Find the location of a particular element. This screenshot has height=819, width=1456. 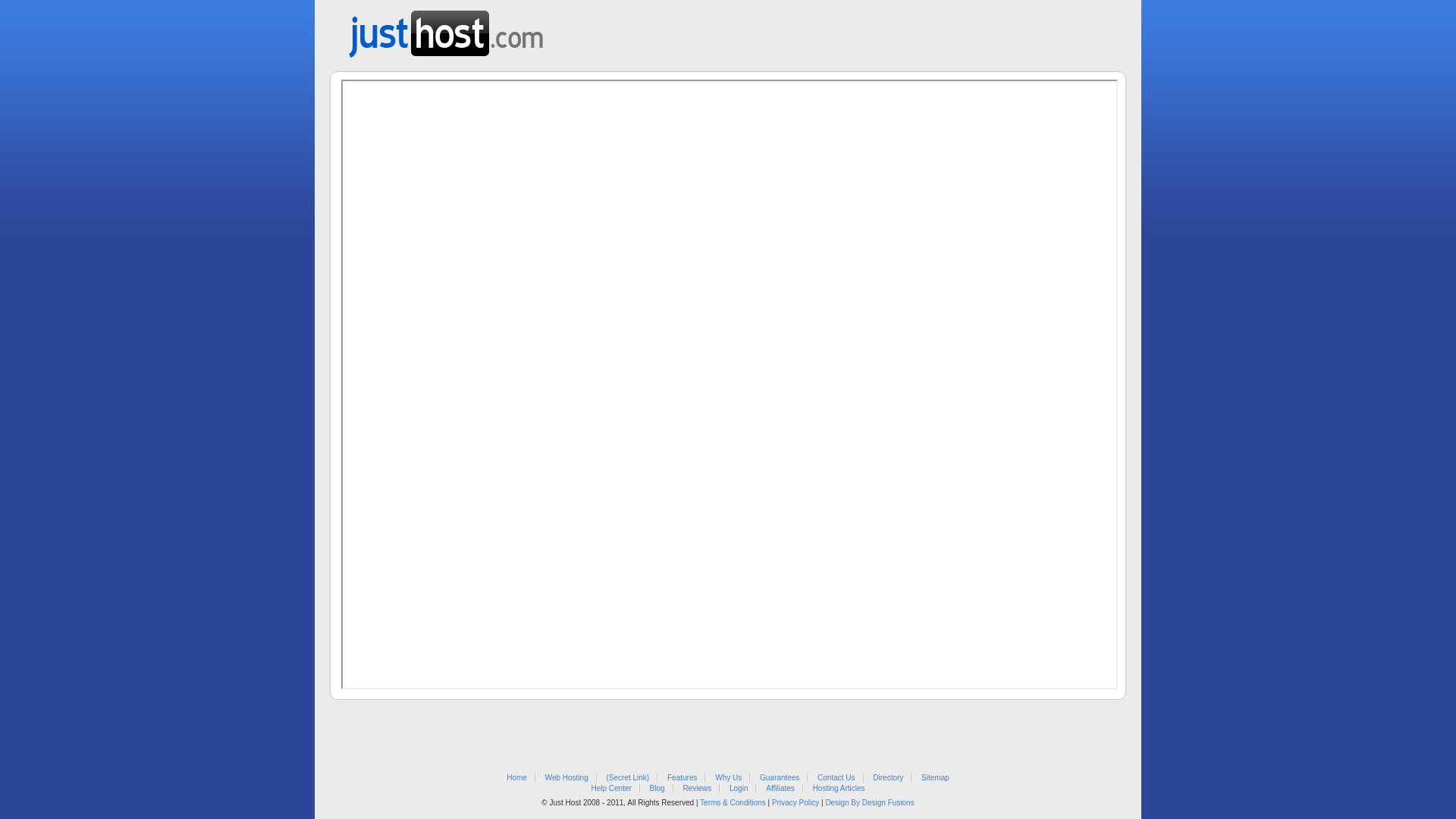

'Hosting Articles' is located at coordinates (838, 787).